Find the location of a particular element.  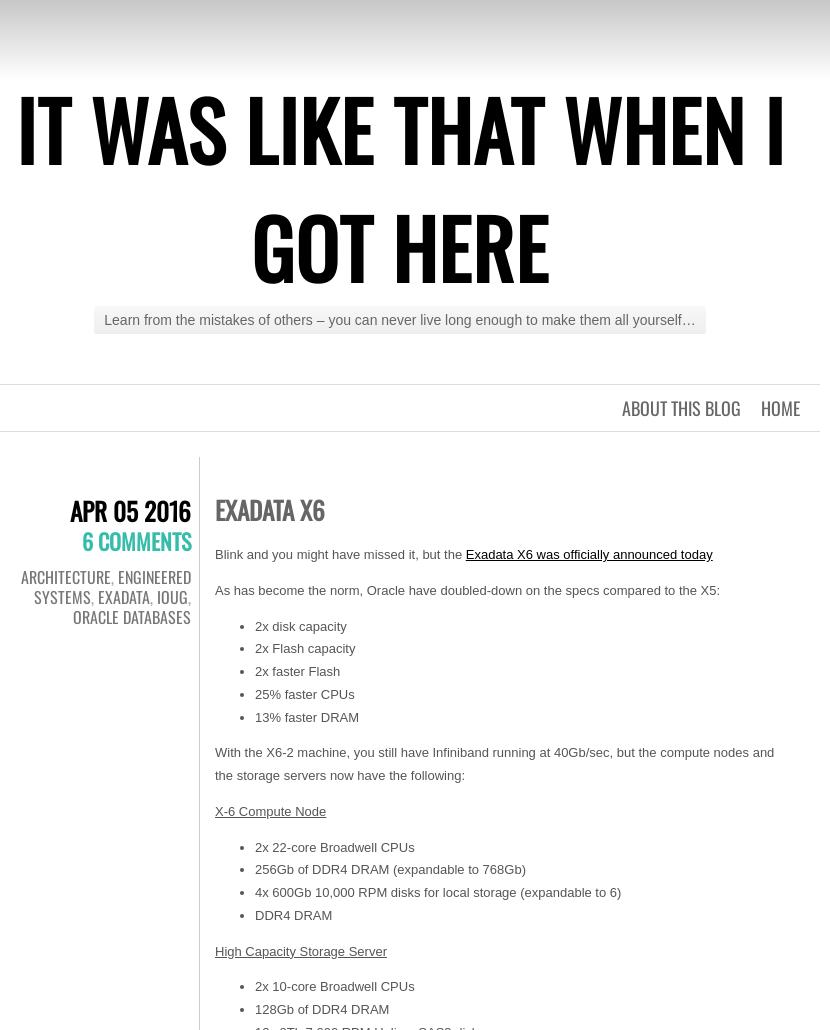

'Exadata' is located at coordinates (124, 596).